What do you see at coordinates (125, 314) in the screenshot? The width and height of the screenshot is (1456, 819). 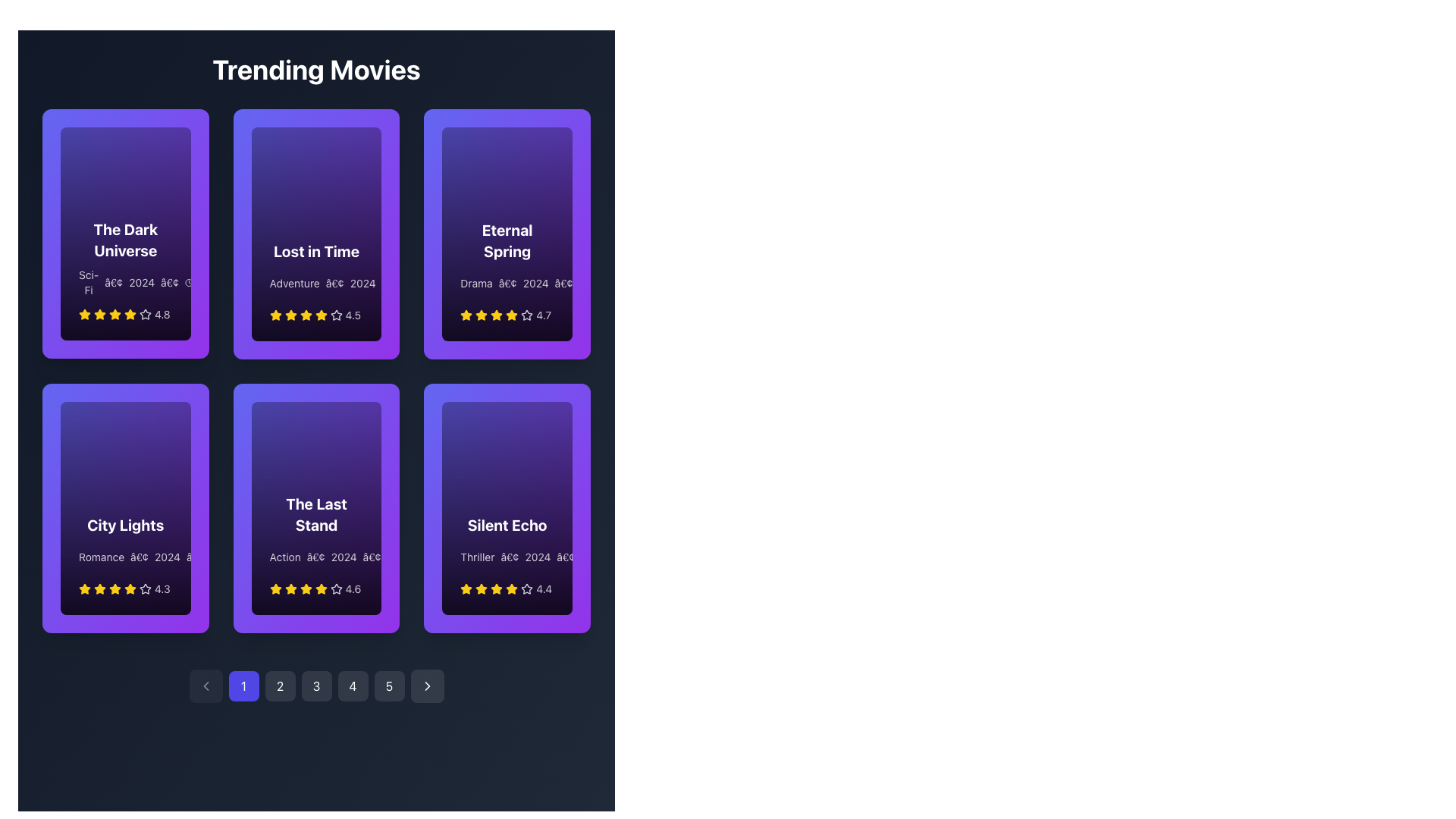 I see `numeric rating value displayed below the genre and year text for the movie 'The Dark Universe', represented by star icons and a numeric label` at bounding box center [125, 314].